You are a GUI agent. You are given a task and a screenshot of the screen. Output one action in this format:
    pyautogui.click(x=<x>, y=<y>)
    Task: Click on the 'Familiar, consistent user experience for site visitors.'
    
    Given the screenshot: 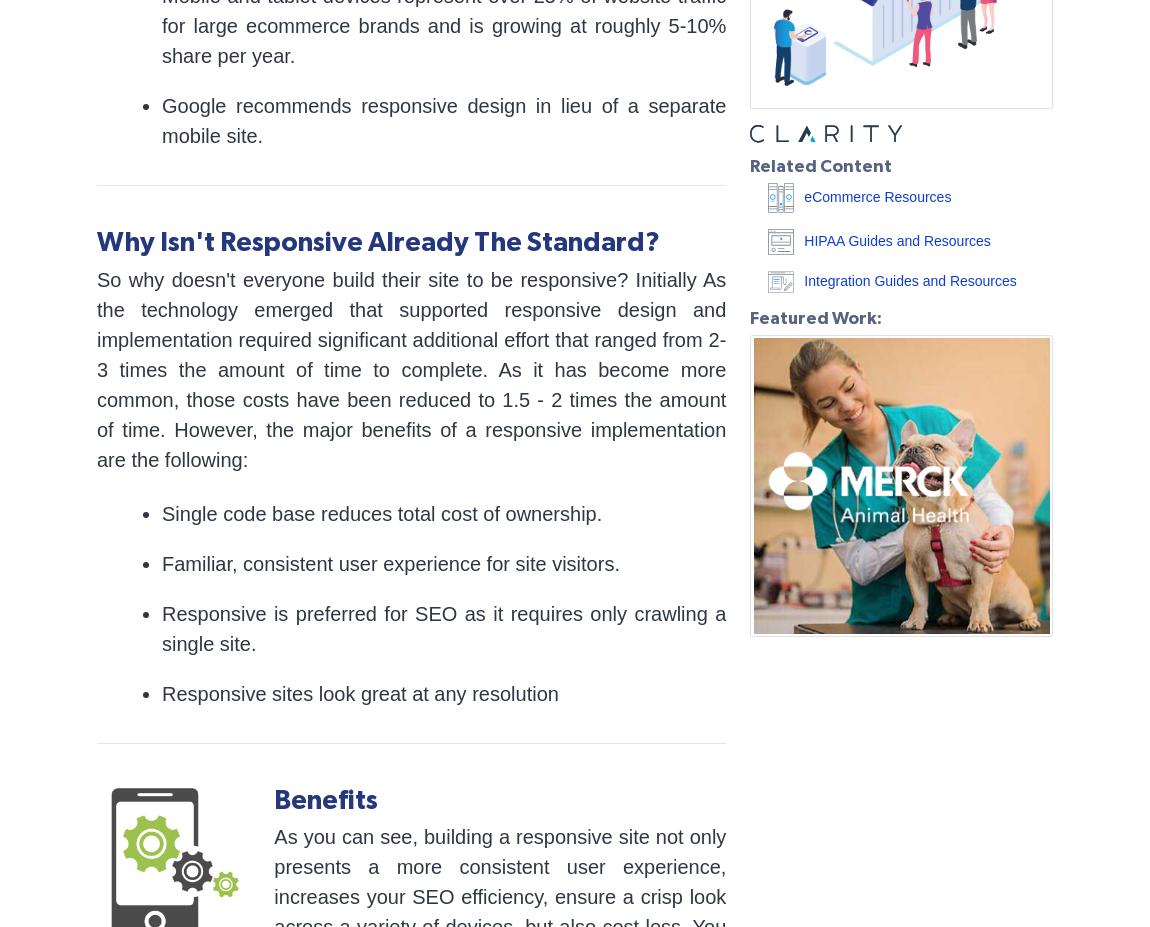 What is the action you would take?
    pyautogui.click(x=390, y=562)
    